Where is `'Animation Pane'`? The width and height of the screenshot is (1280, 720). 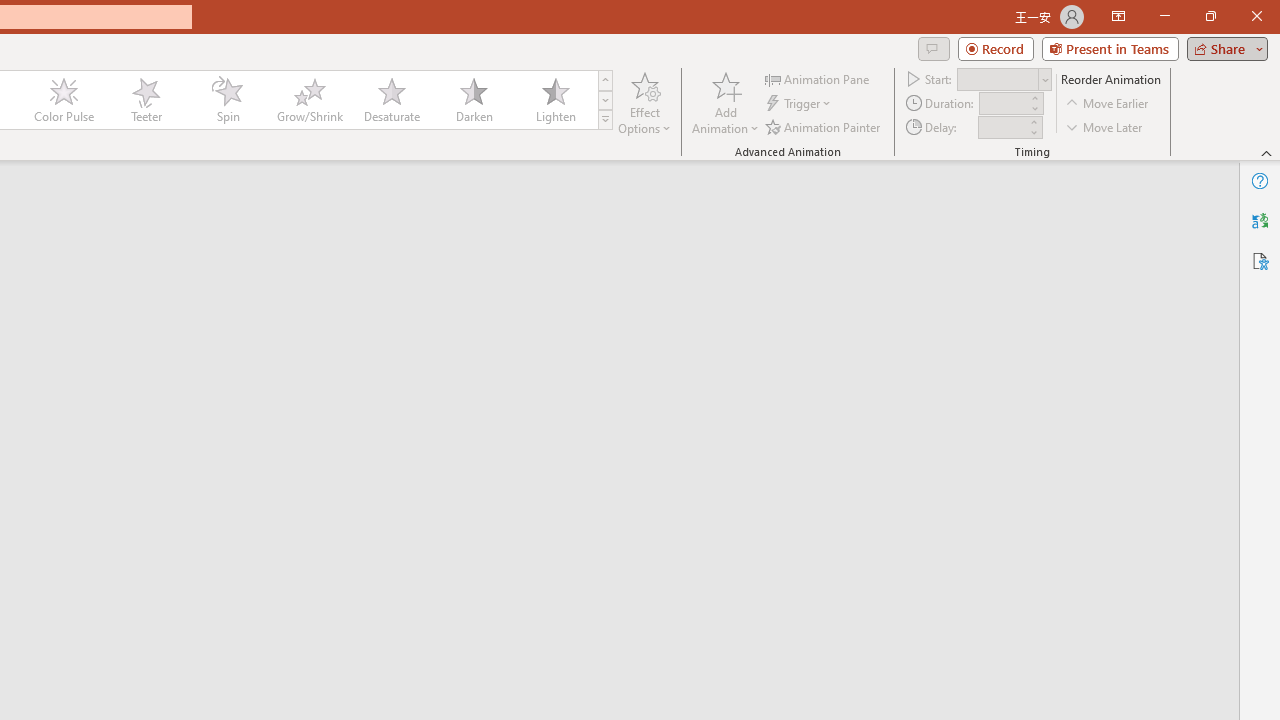
'Animation Pane' is located at coordinates (818, 78).